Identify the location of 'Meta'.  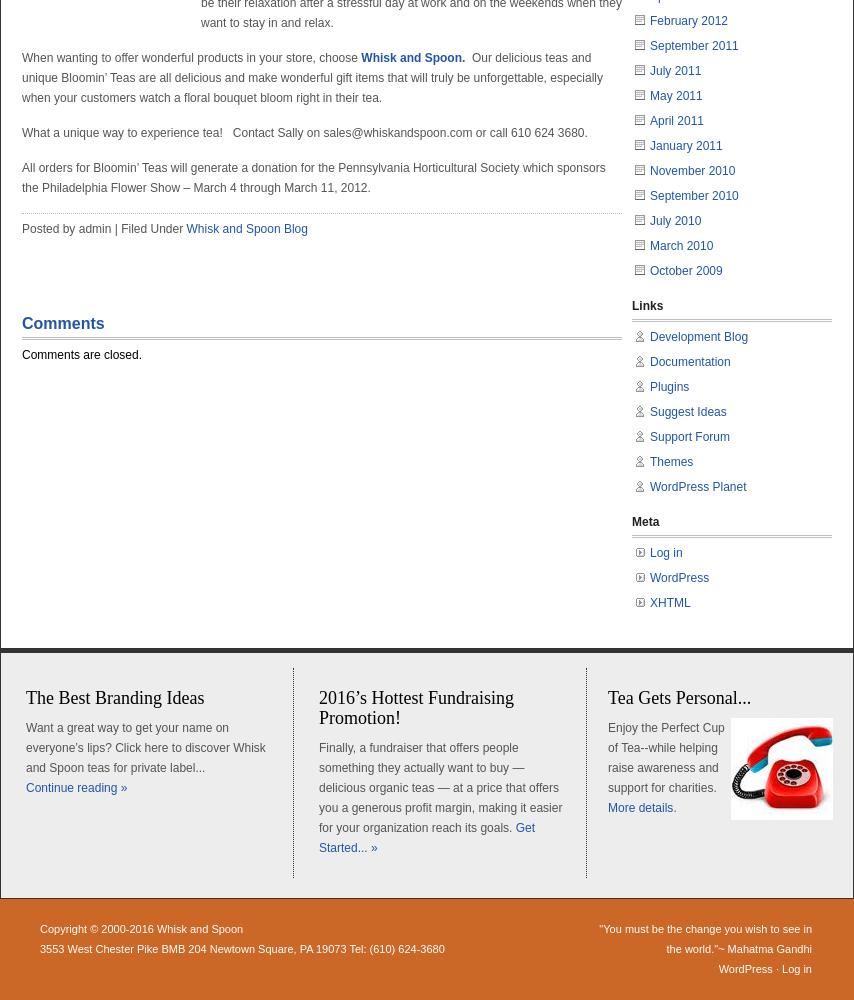
(630, 522).